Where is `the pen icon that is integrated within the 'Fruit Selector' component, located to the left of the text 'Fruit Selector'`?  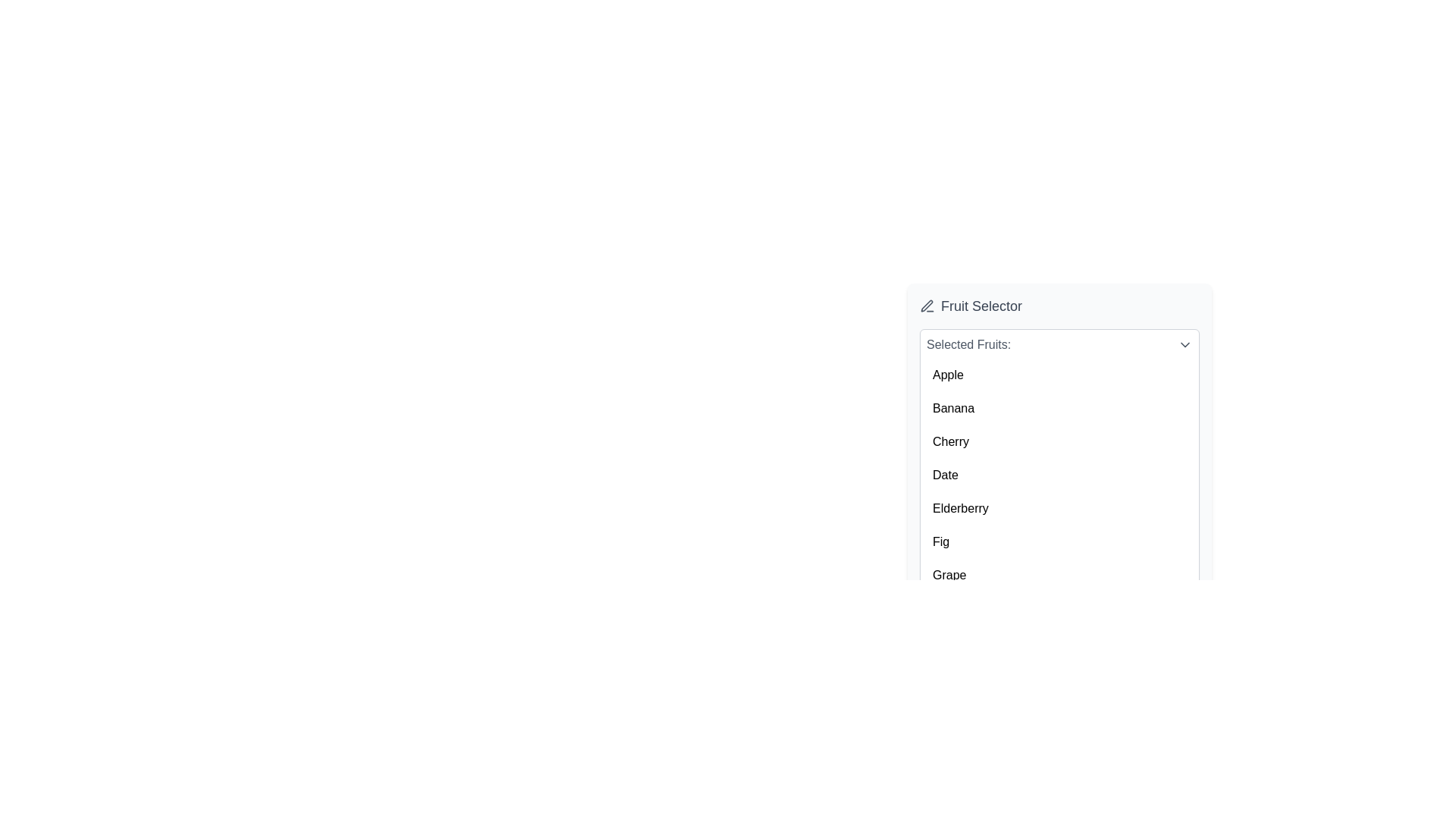
the pen icon that is integrated within the 'Fruit Selector' component, located to the left of the text 'Fruit Selector' is located at coordinates (927, 306).